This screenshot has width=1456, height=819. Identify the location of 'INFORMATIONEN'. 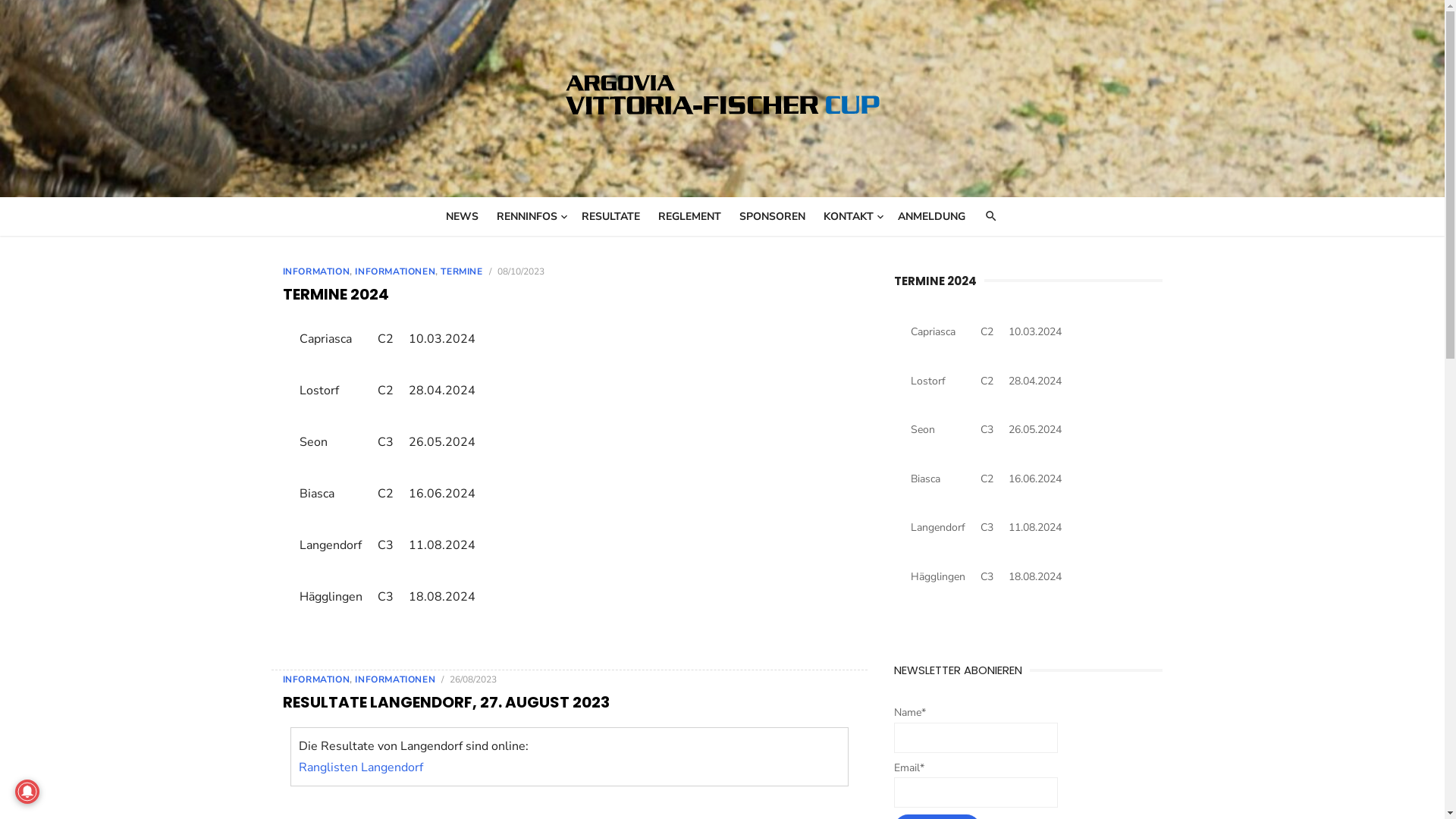
(395, 271).